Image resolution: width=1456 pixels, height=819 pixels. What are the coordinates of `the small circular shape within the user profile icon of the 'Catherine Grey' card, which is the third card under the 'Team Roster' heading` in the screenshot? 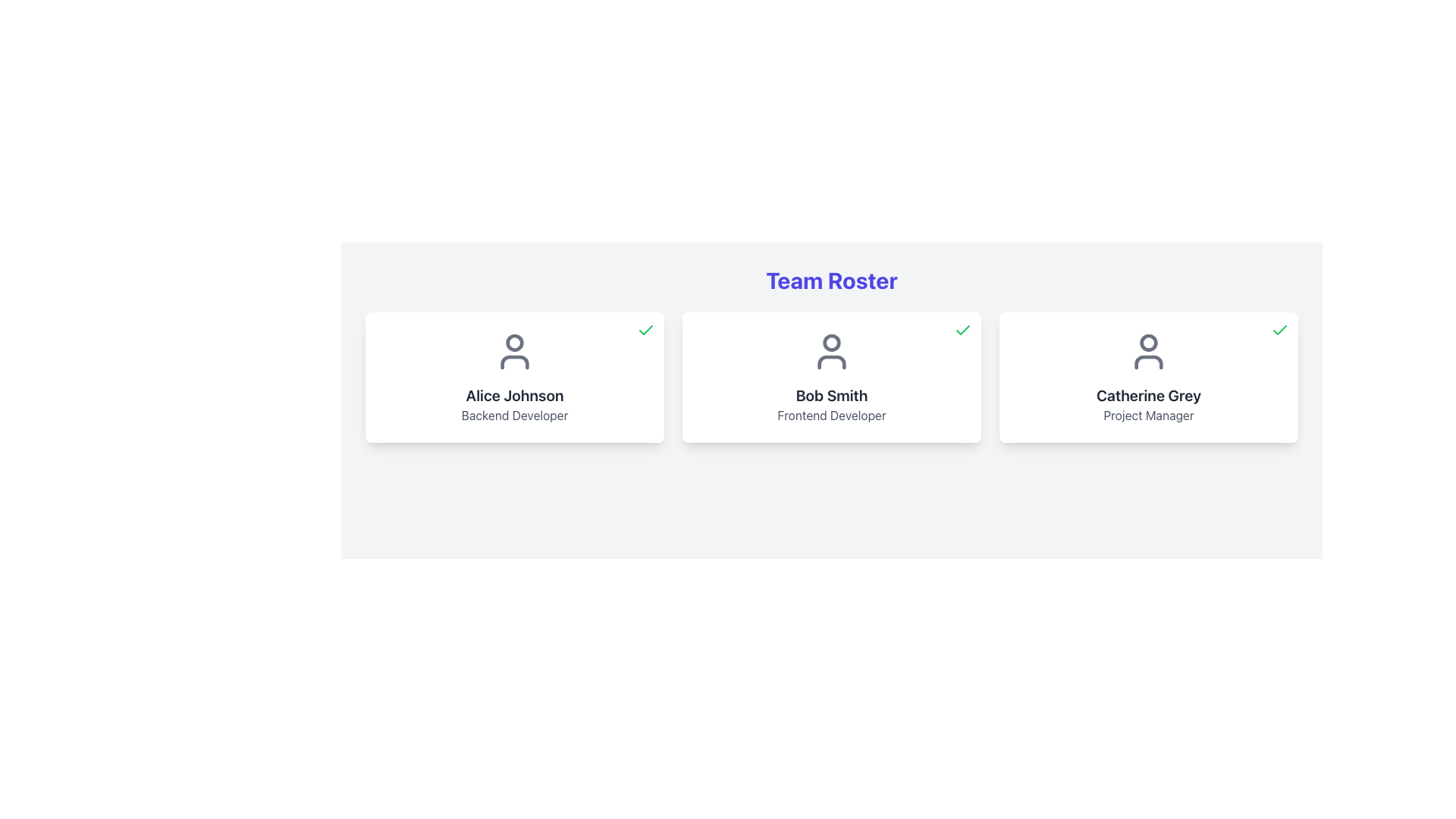 It's located at (1149, 342).